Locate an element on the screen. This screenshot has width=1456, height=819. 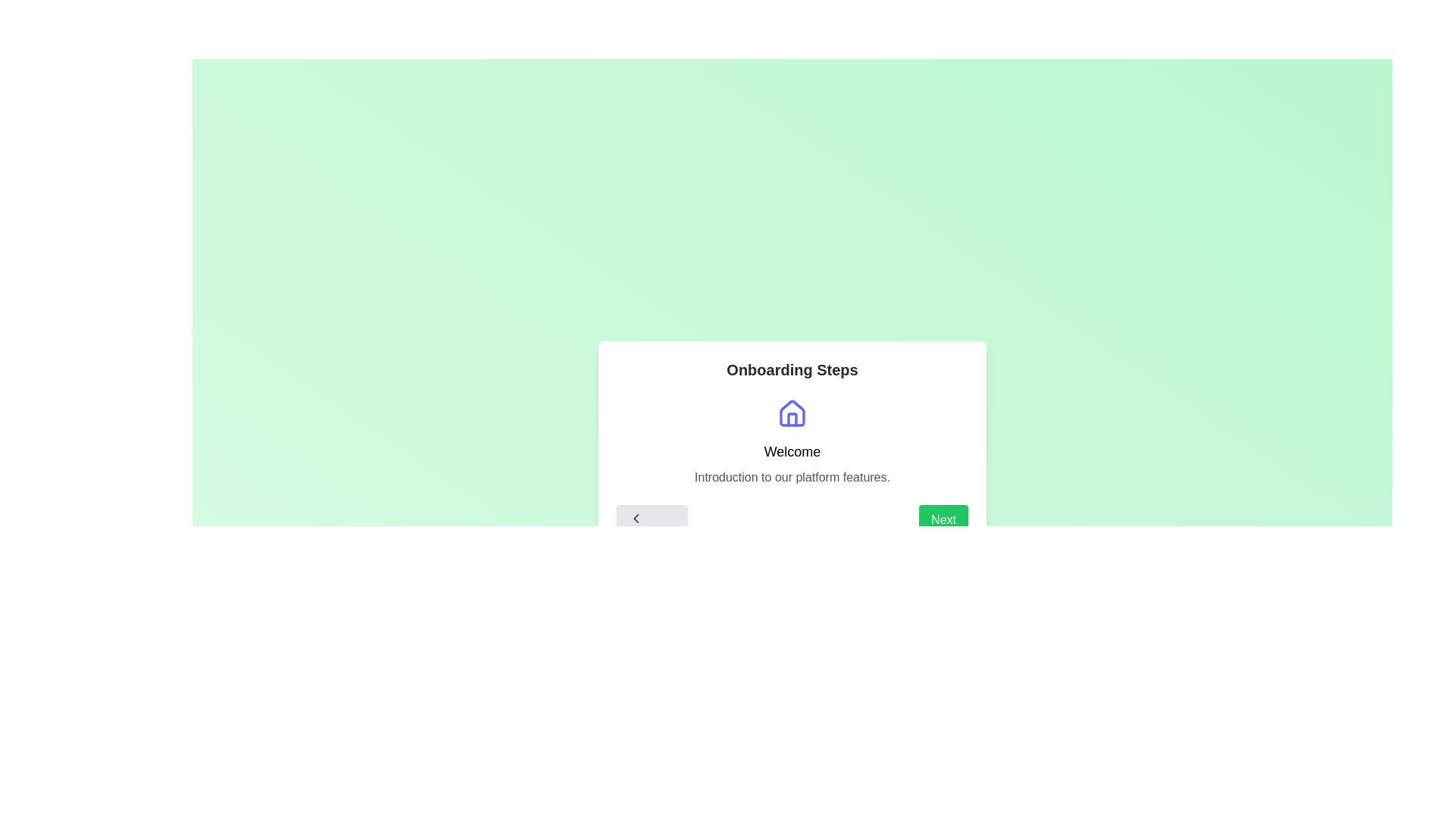
the fourth circular progress indicator at the bottom of the modal dialog, which is currently inactive and part of an onboarding sequence is located at coordinates (814, 573).